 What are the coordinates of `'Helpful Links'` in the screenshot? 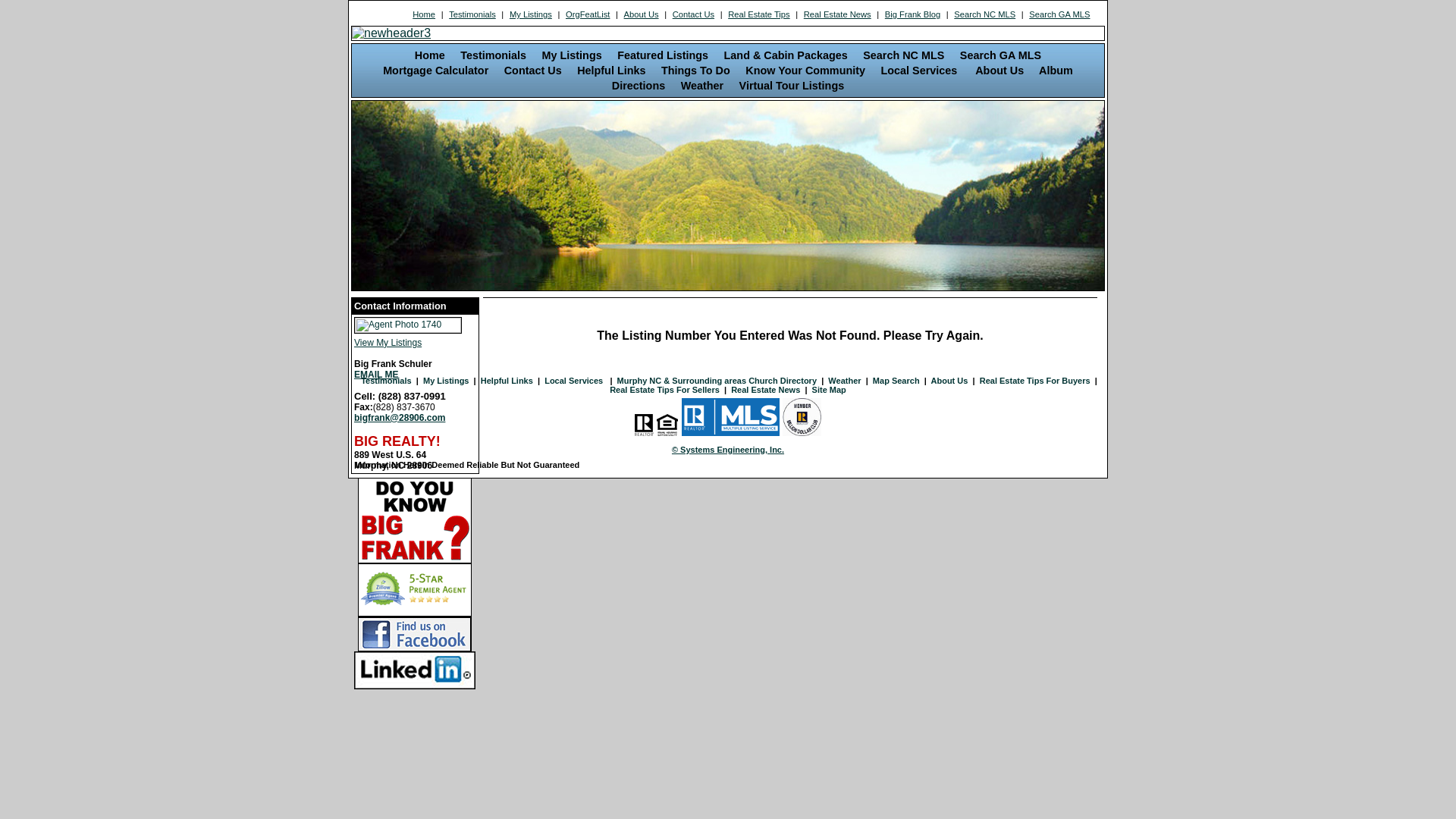 It's located at (611, 70).